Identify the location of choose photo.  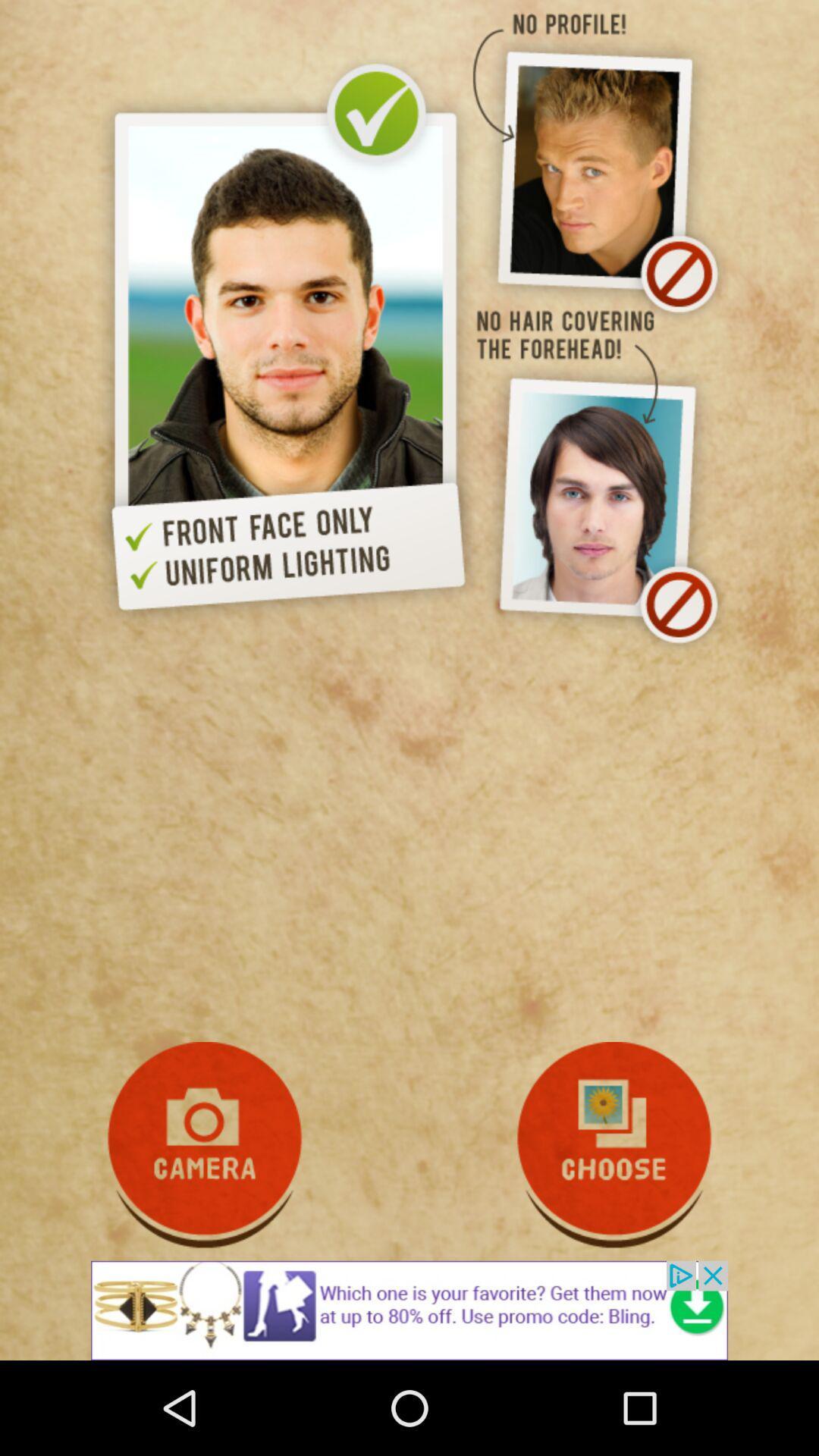
(614, 1145).